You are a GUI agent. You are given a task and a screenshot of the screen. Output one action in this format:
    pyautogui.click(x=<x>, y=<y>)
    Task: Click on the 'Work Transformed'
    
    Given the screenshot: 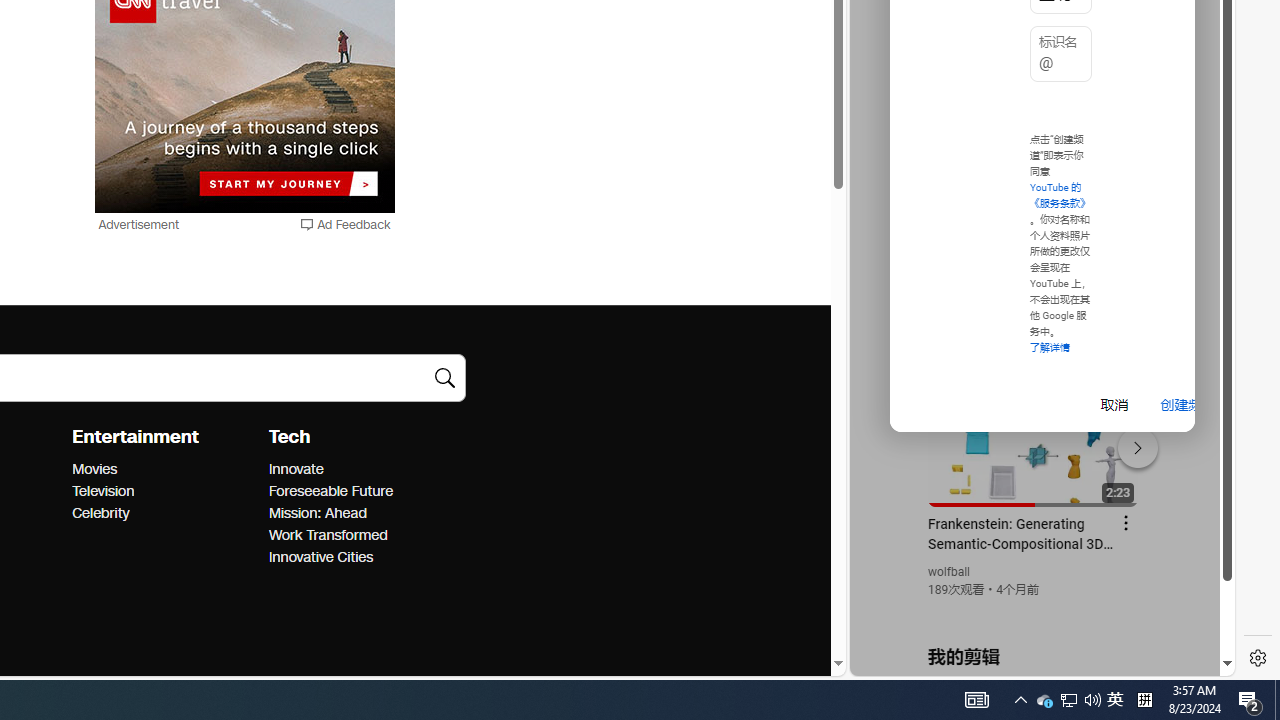 What is the action you would take?
    pyautogui.click(x=360, y=535)
    